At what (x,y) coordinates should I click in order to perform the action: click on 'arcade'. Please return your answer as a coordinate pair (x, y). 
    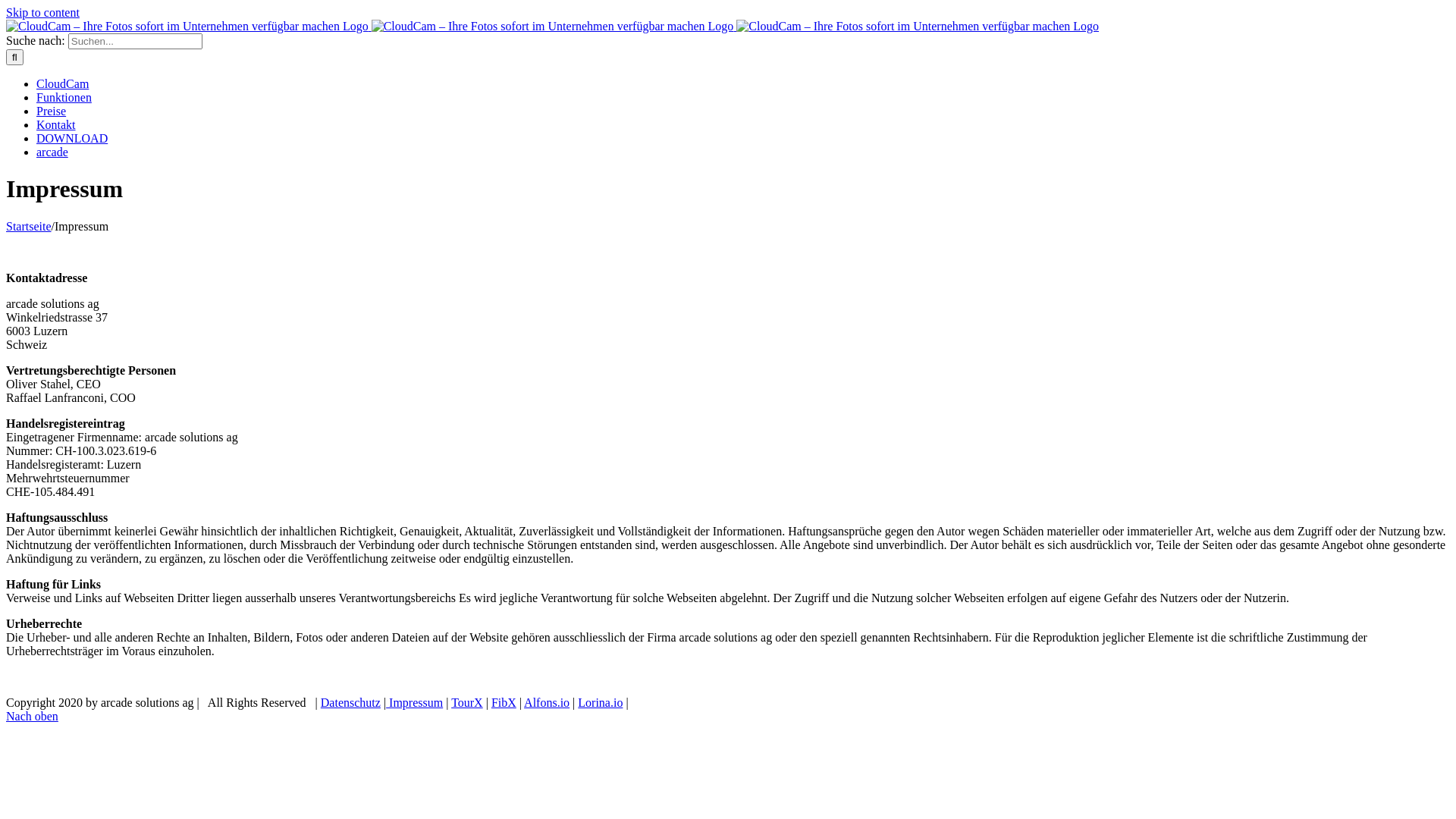
    Looking at the image, I should click on (52, 152).